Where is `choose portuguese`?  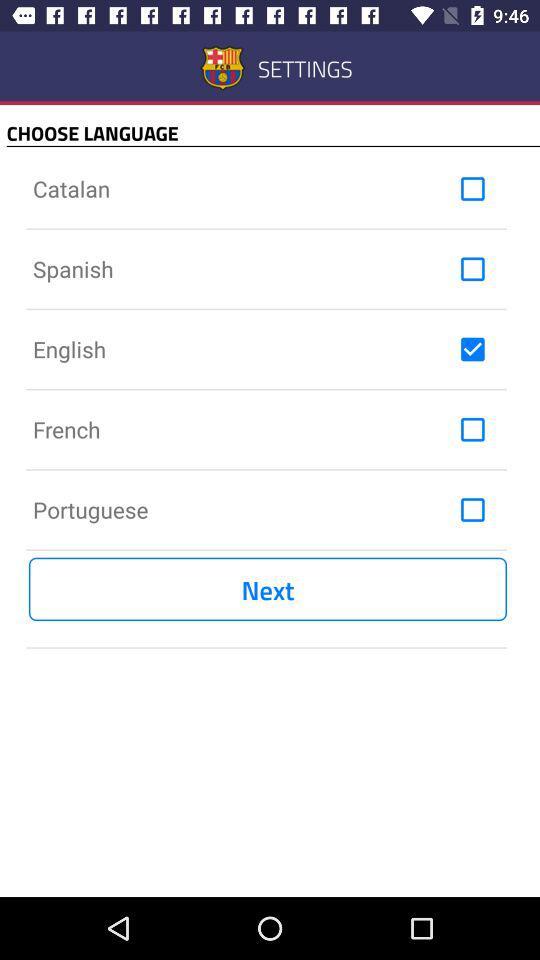 choose portuguese is located at coordinates (472, 508).